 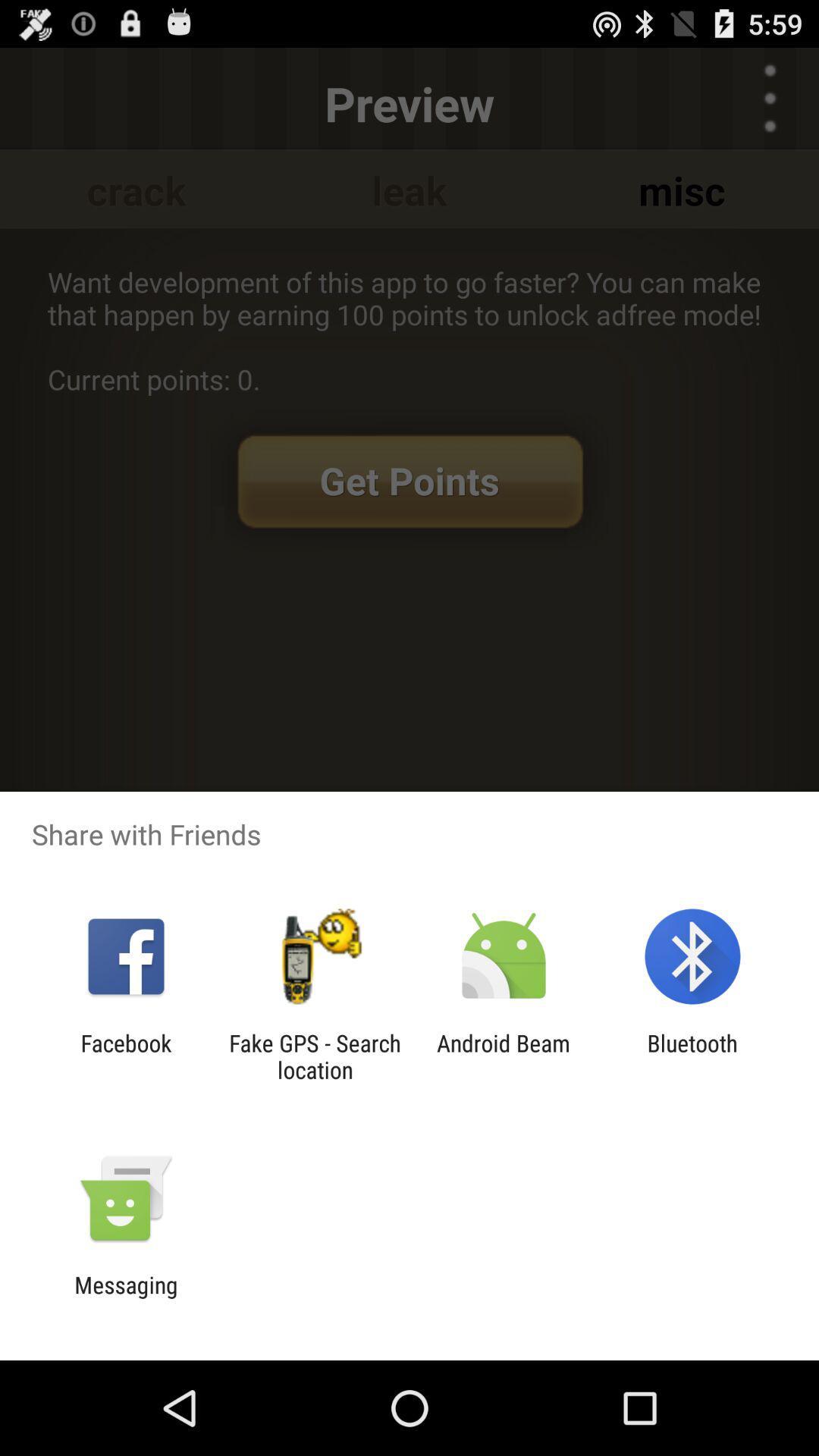 I want to click on the icon to the right of the android beam, so click(x=692, y=1056).